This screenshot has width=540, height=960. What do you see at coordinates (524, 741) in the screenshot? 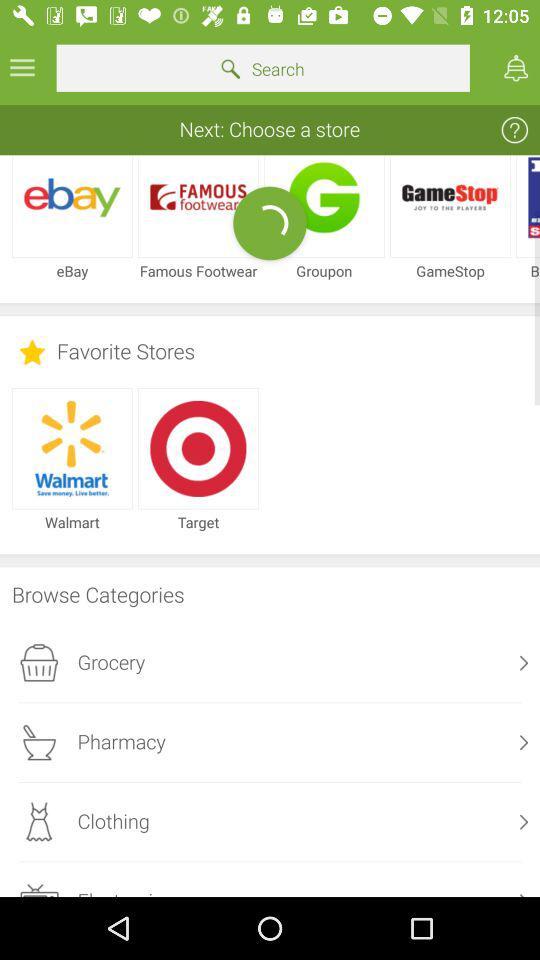
I see `arrow symbol beside pharmacy` at bounding box center [524, 741].